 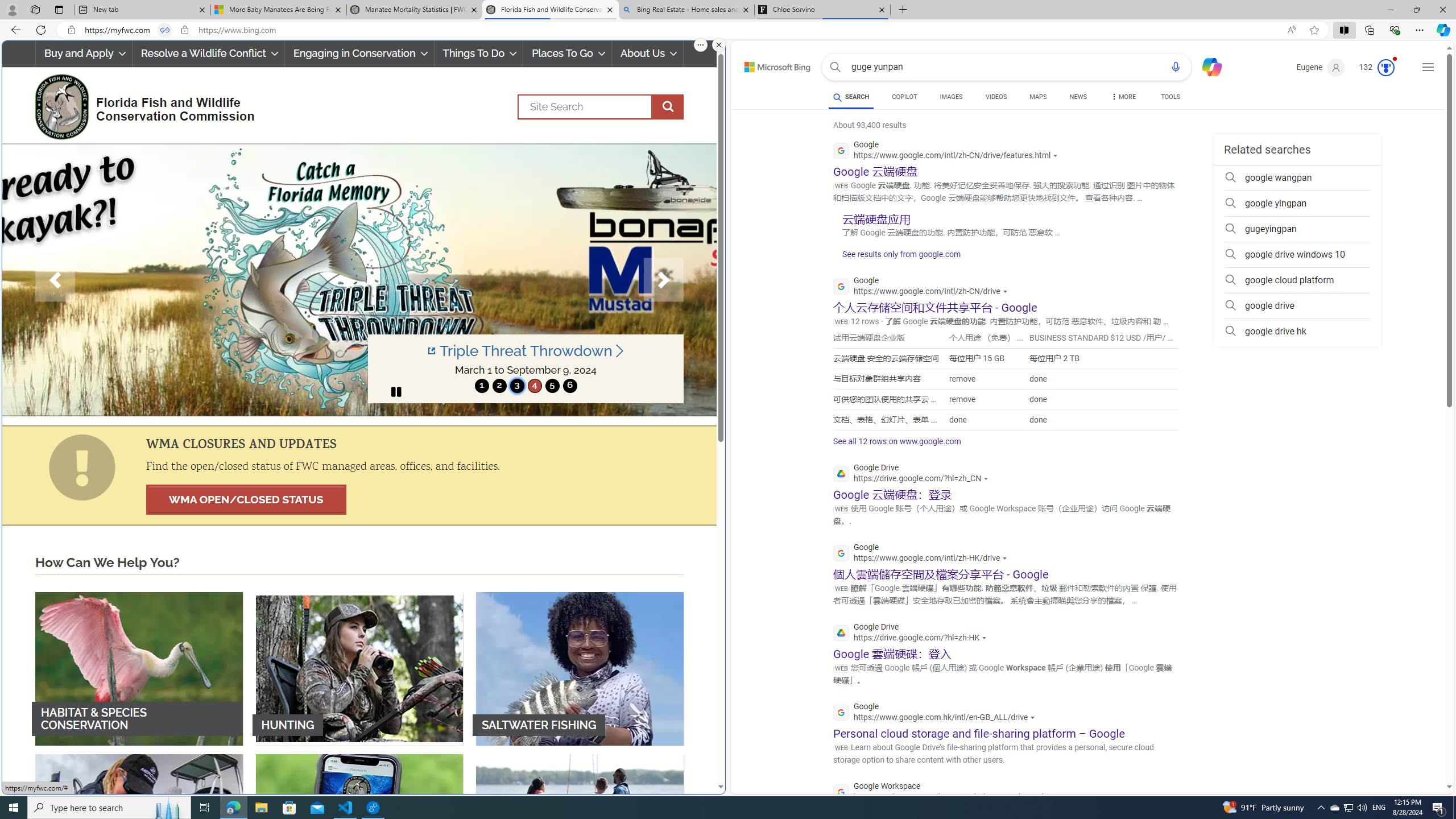 I want to click on 'move to slide 5', so click(x=552, y=385).